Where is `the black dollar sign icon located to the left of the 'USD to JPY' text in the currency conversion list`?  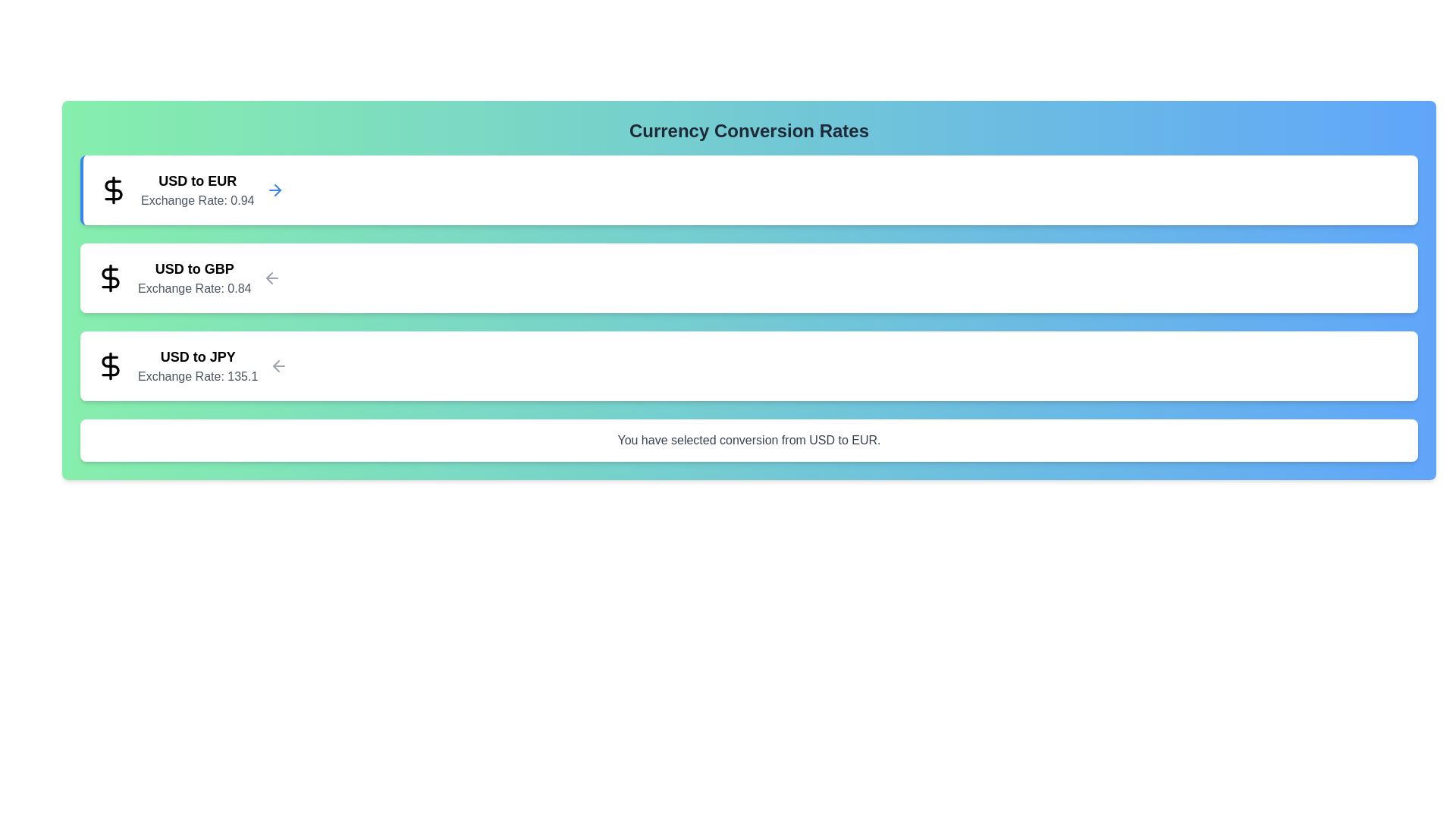
the black dollar sign icon located to the left of the 'USD to JPY' text in the currency conversion list is located at coordinates (109, 366).